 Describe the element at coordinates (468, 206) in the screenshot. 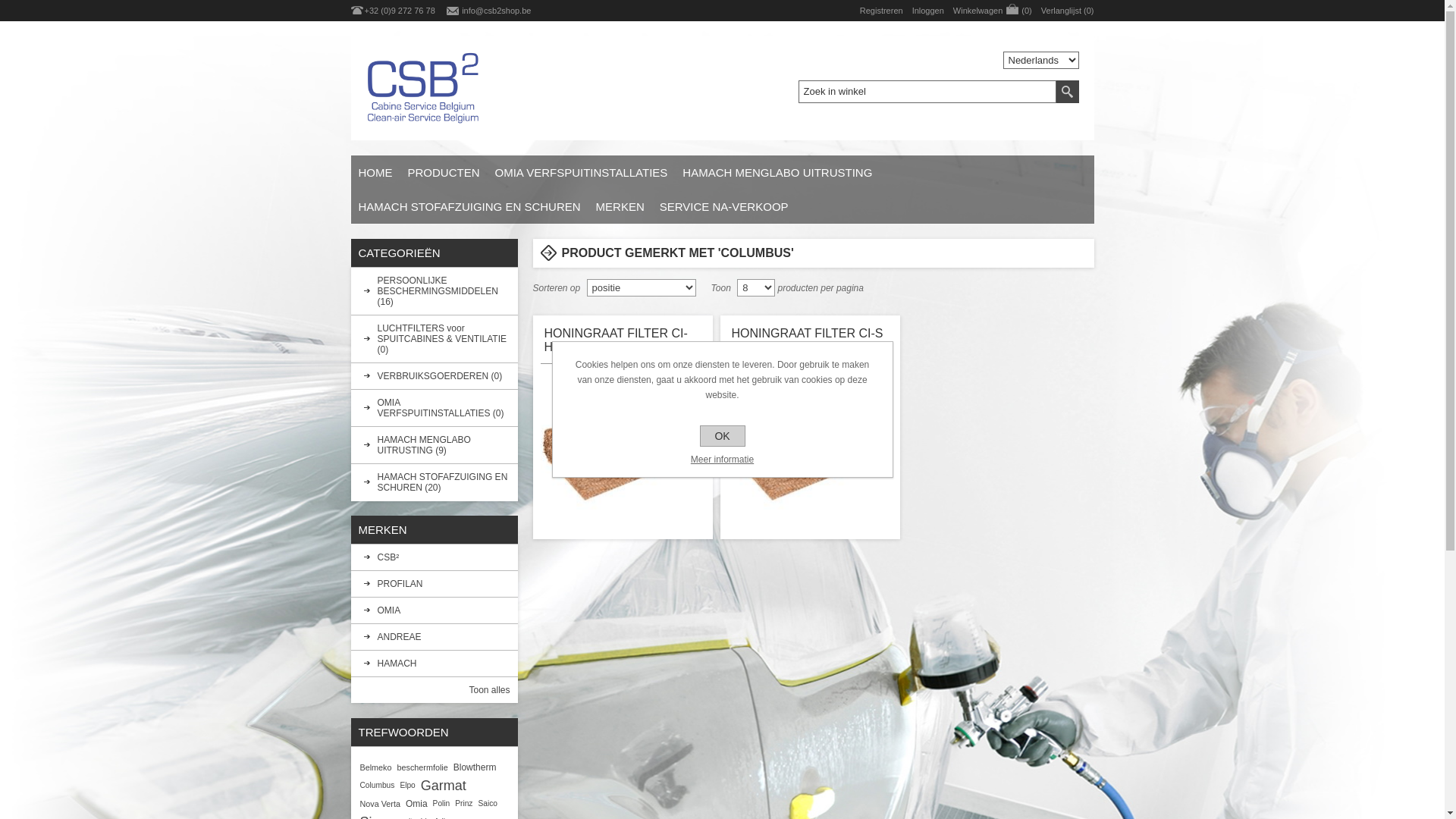

I see `'HAMACH STOFAFZUIGING EN SCHUREN'` at that location.